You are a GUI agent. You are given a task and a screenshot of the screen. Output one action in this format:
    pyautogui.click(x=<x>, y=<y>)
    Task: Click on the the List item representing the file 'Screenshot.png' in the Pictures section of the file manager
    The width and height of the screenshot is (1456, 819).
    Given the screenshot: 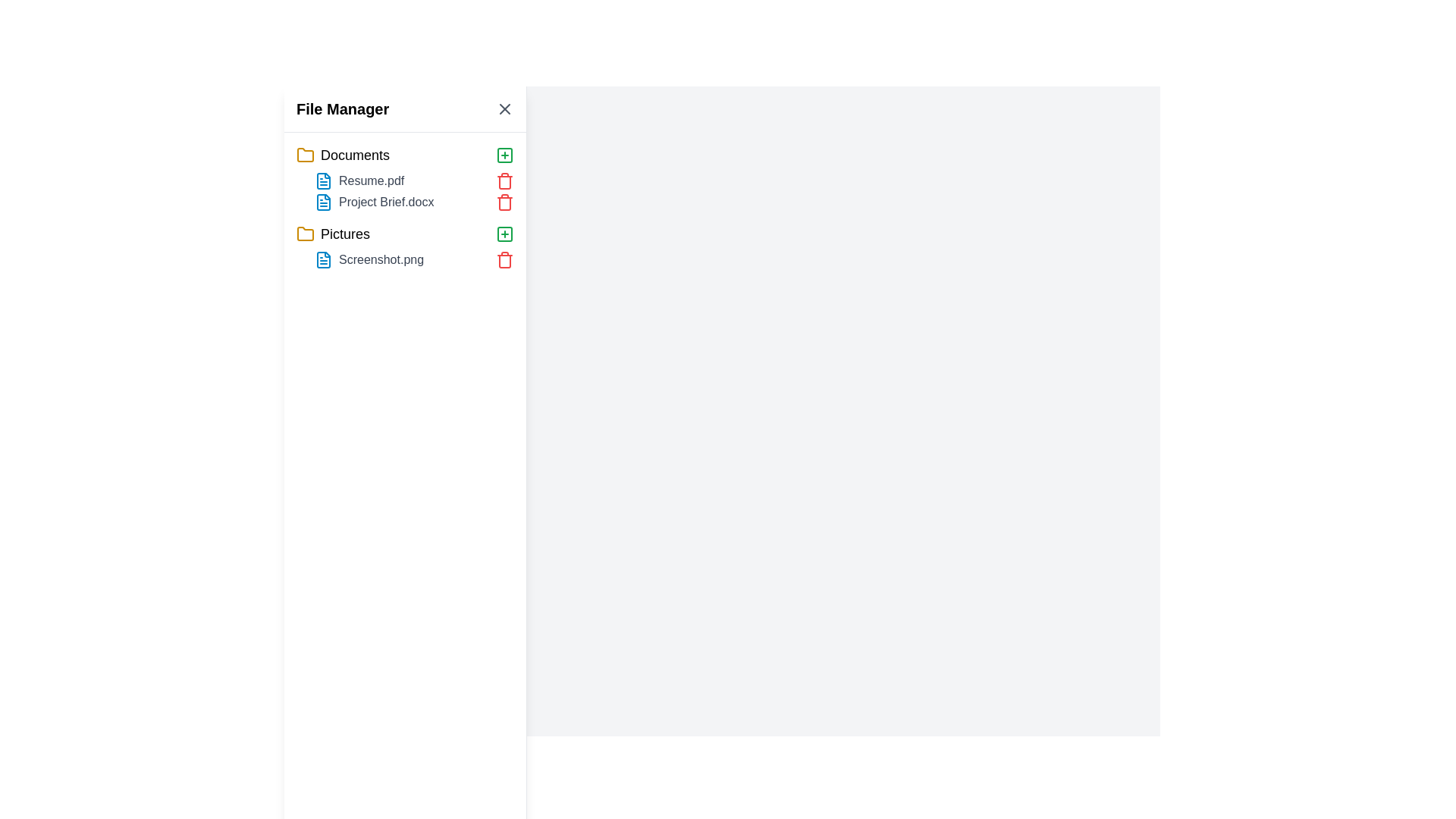 What is the action you would take?
    pyautogui.click(x=405, y=259)
    